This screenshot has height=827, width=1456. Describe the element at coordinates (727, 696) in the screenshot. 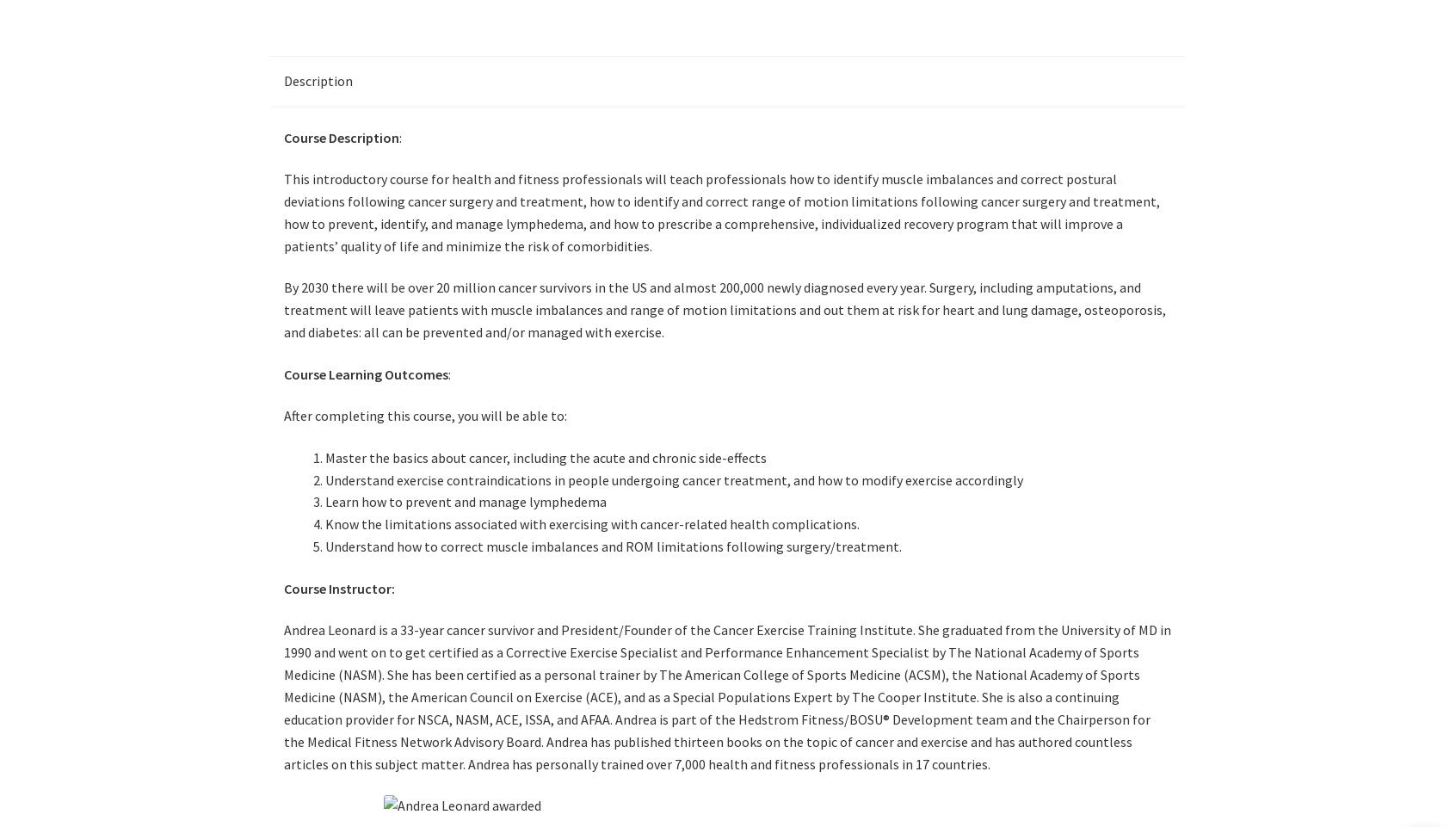

I see `'Andrea Leonard is a 33-year cancer survivor and President/Founder of the Cancer Exercise Training Institute. She graduated from the University of MD in 1990 and went on to get certified as a Corrective Exercise Specialist and Performance Enhancement Specialist by The National Academy of Sports Medicine (NASM). She has been certified as a personal trainer by The American College of Sports Medicine (ACSM), the National Academy of Sports Medicine (NASM), the American Council on Exercise (ACE), and as a Special Populations Expert by The Cooper Institute. She is also a continuing education provider for NSCA, NASM, ACE, ISSA, and AFAA. Andrea is part of the Hedstrom Fitness/BOSU® Development team and the Chairperson for the Medical Fitness Network Advisory Board. Andrea has published thirteen books on the topic of cancer and exercise and has authored countless articles on this subject matter. Andrea has personally trained over 7,000 health and fitness professionals in 17 countries.'` at that location.